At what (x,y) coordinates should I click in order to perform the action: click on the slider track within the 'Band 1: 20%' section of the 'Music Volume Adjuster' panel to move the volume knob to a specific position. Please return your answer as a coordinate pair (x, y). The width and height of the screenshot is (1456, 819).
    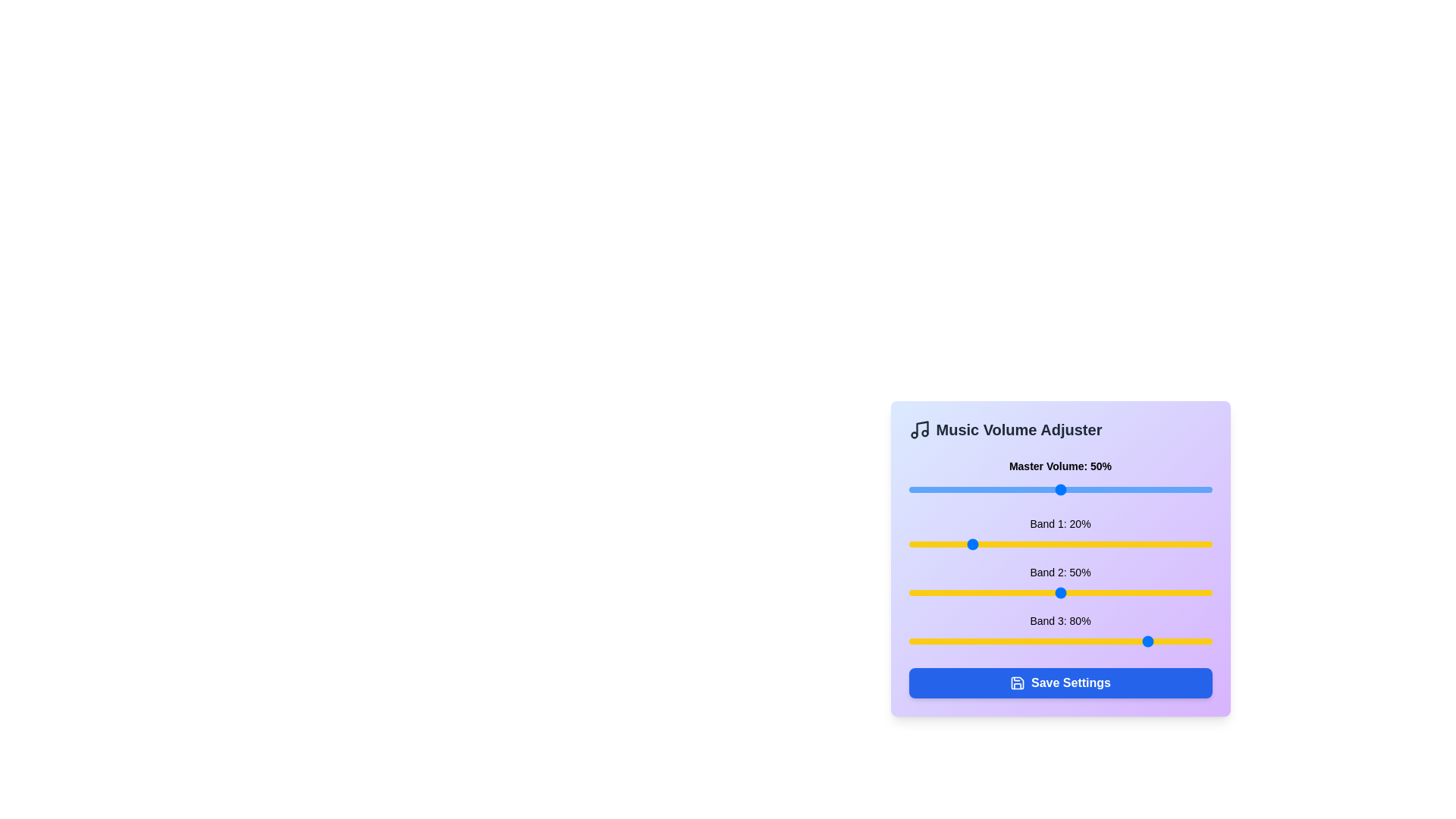
    Looking at the image, I should click on (1059, 543).